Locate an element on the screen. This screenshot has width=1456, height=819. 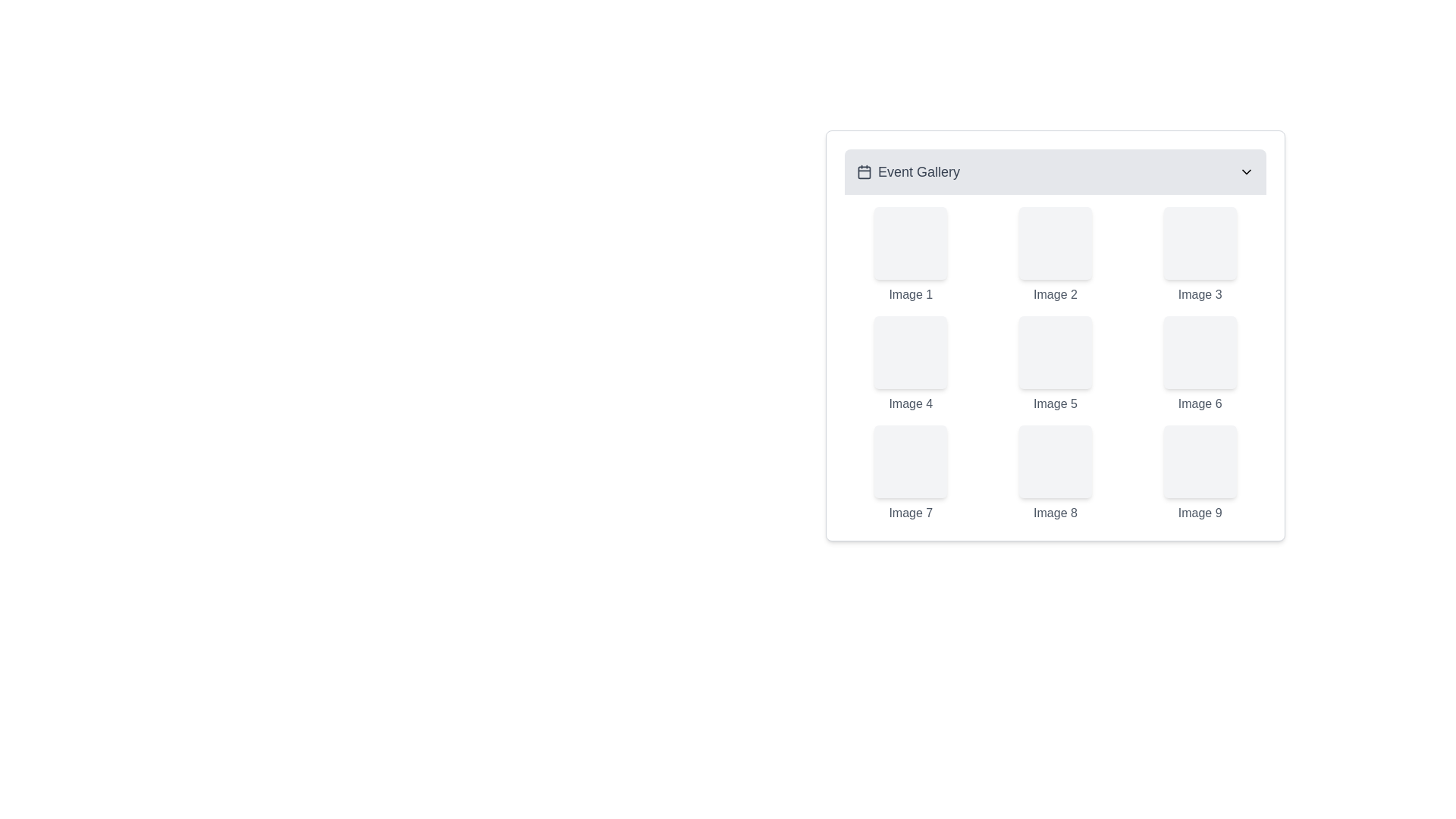
the 'Image 3' text label which is displayed in gray and positioned in the first row, third column of a grid layout, beneath an image placeholder is located at coordinates (1199, 295).